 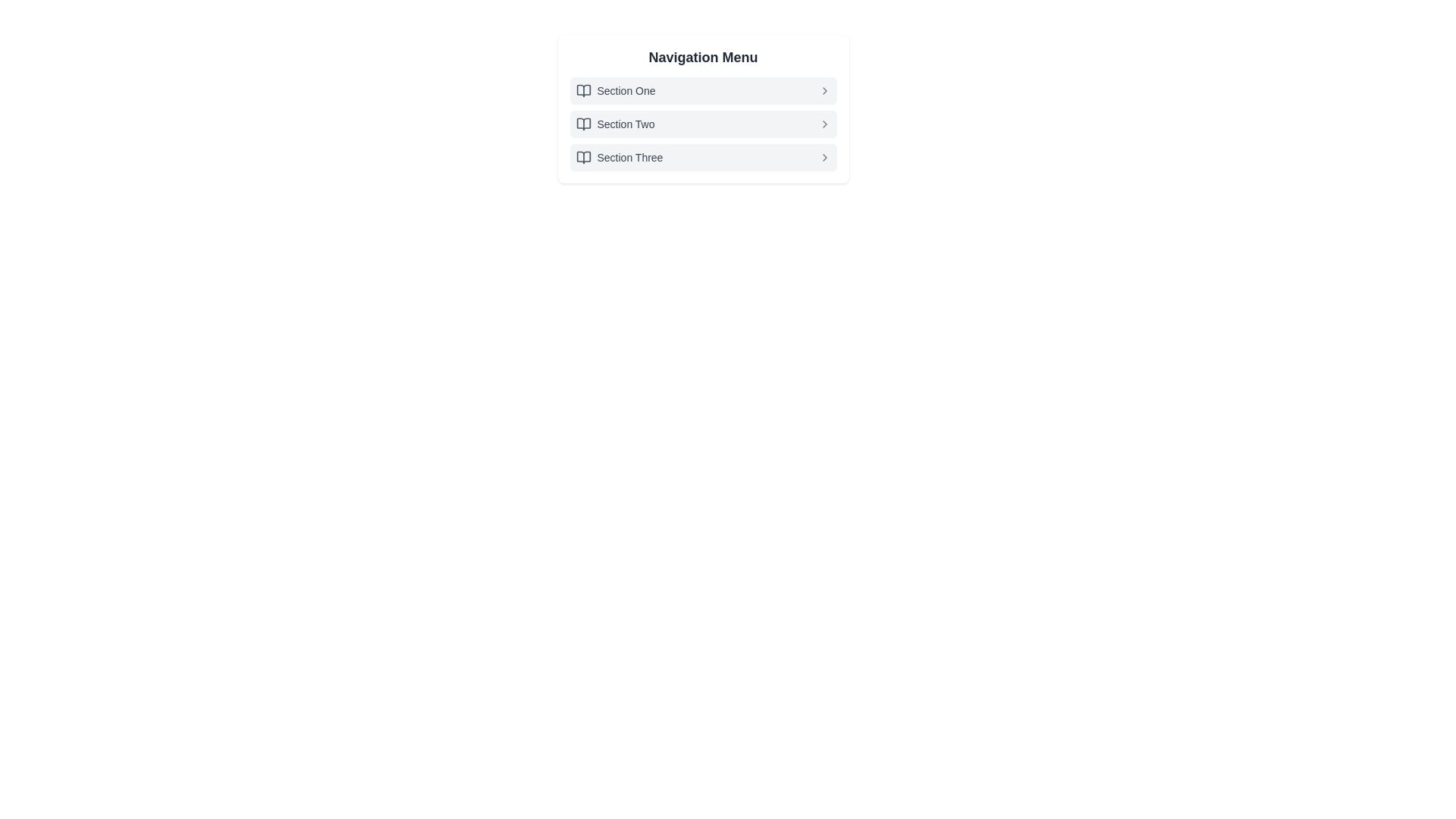 I want to click on the clickable list item labeled 'Section Two', which is the second item in the navigation menu, so click(x=702, y=124).